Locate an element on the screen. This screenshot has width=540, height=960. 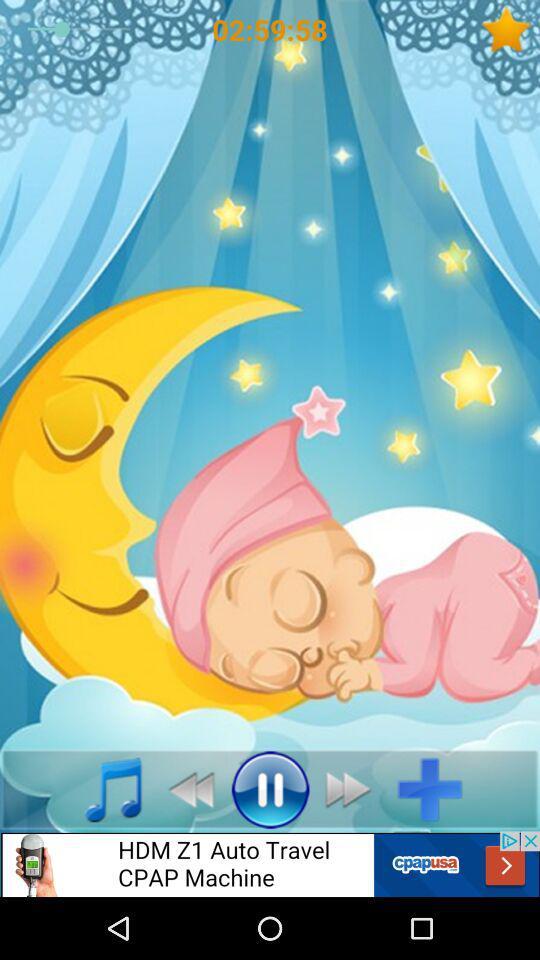
the pause icon is located at coordinates (270, 789).